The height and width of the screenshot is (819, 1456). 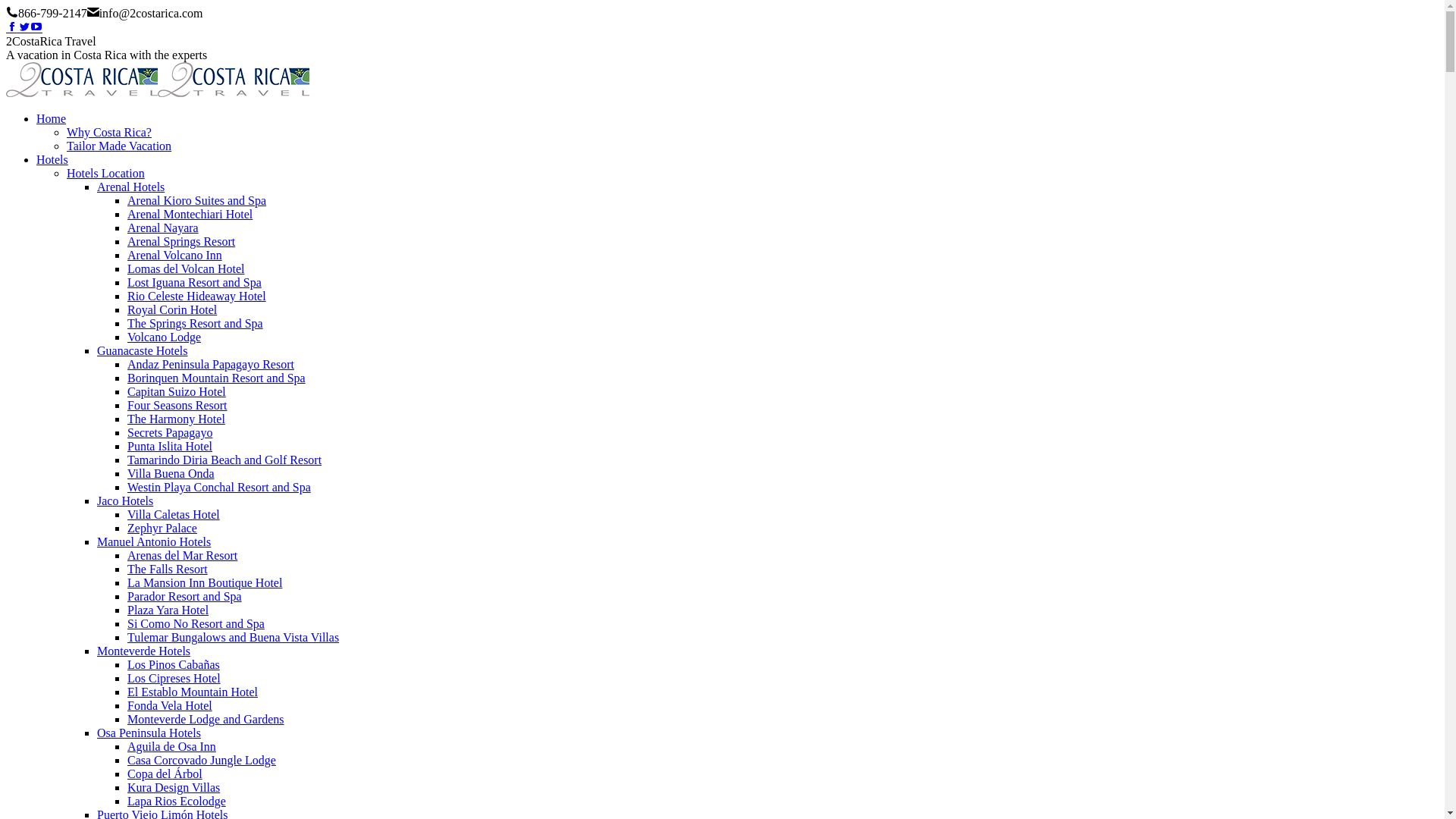 What do you see at coordinates (177, 800) in the screenshot?
I see `'Lapa Rios Ecolodge'` at bounding box center [177, 800].